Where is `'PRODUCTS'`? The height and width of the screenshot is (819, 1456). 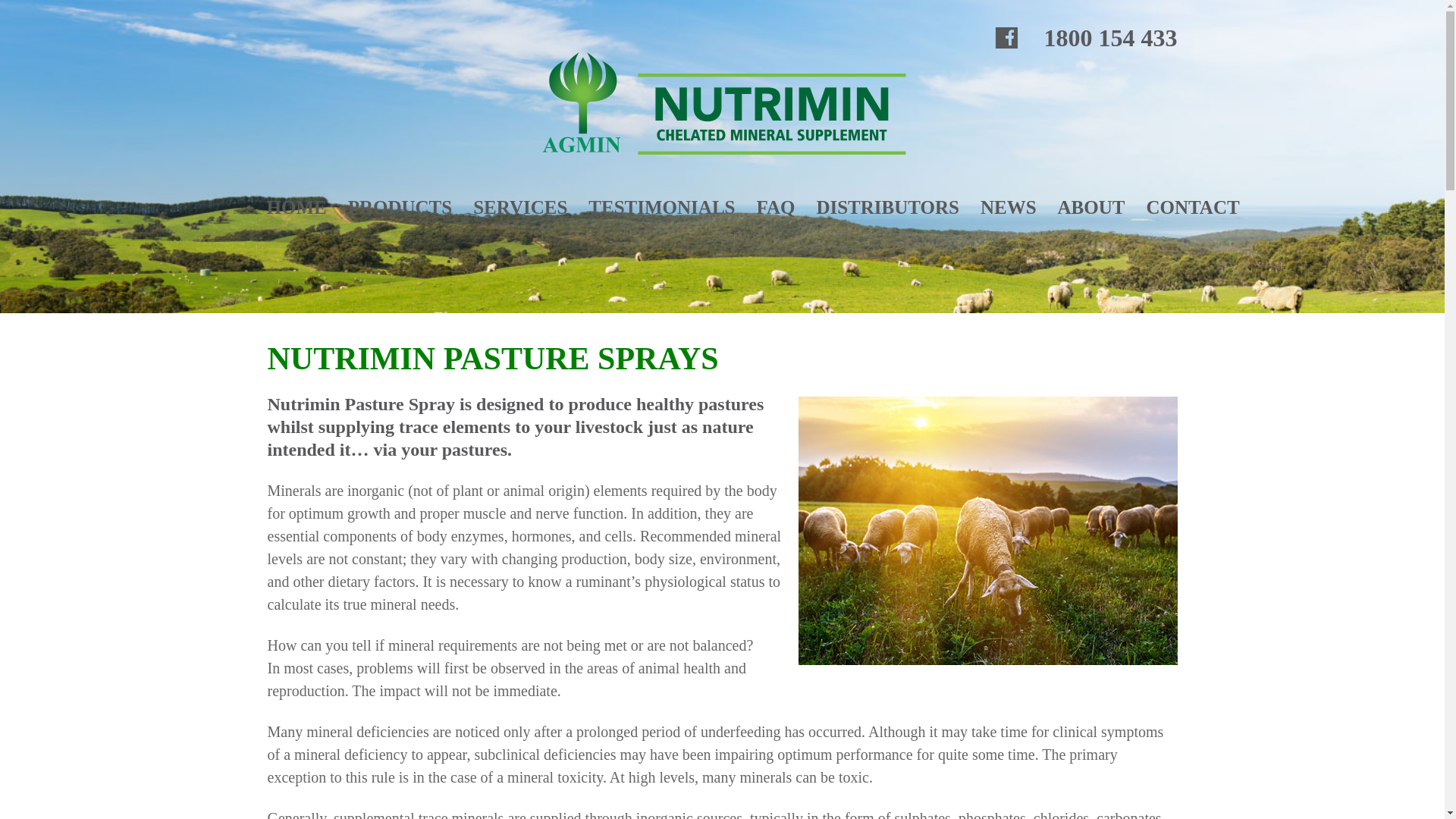 'PRODUCTS' is located at coordinates (400, 207).